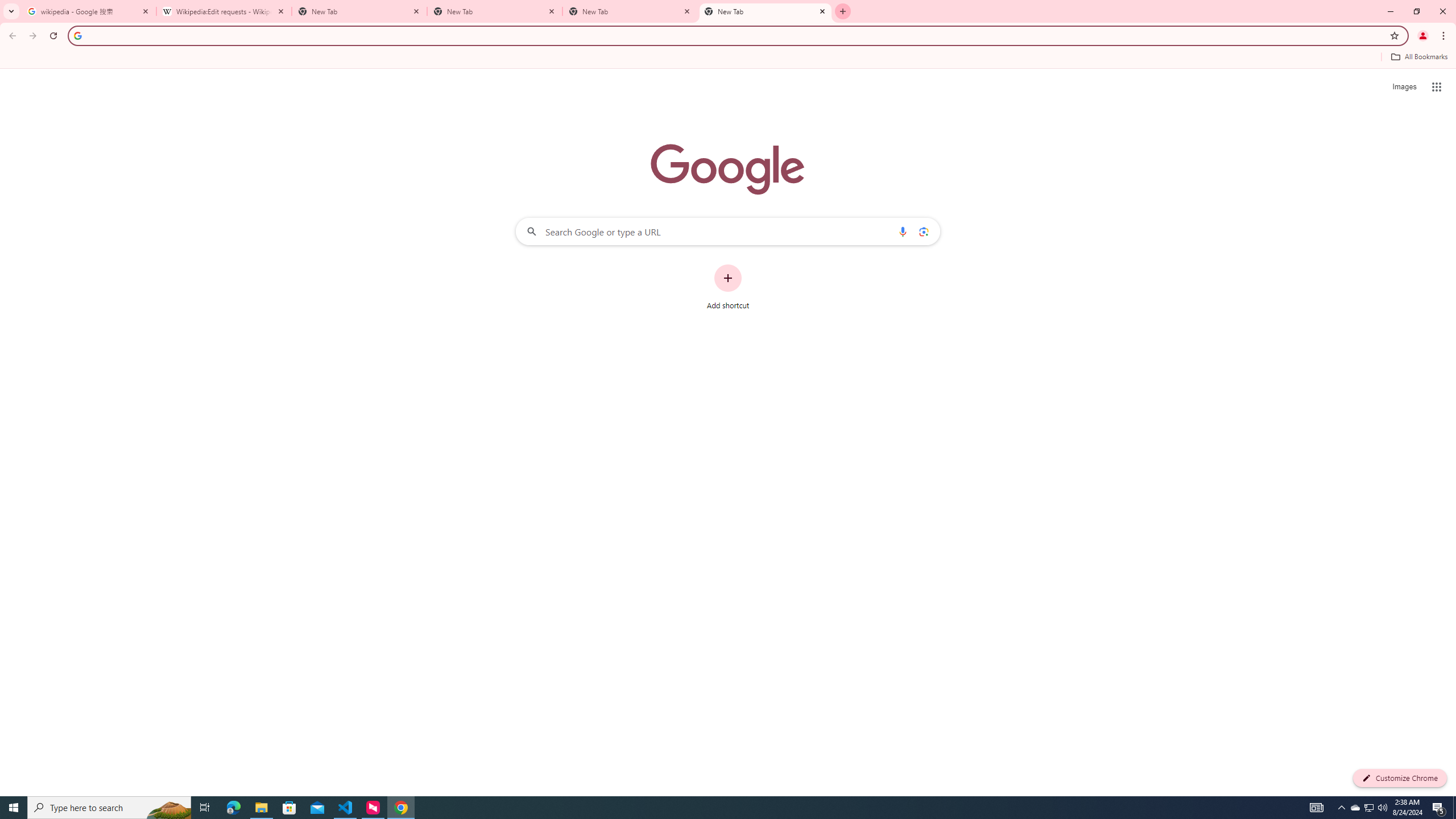 This screenshot has width=1456, height=819. Describe the element at coordinates (11, 35) in the screenshot. I see `'Back'` at that location.